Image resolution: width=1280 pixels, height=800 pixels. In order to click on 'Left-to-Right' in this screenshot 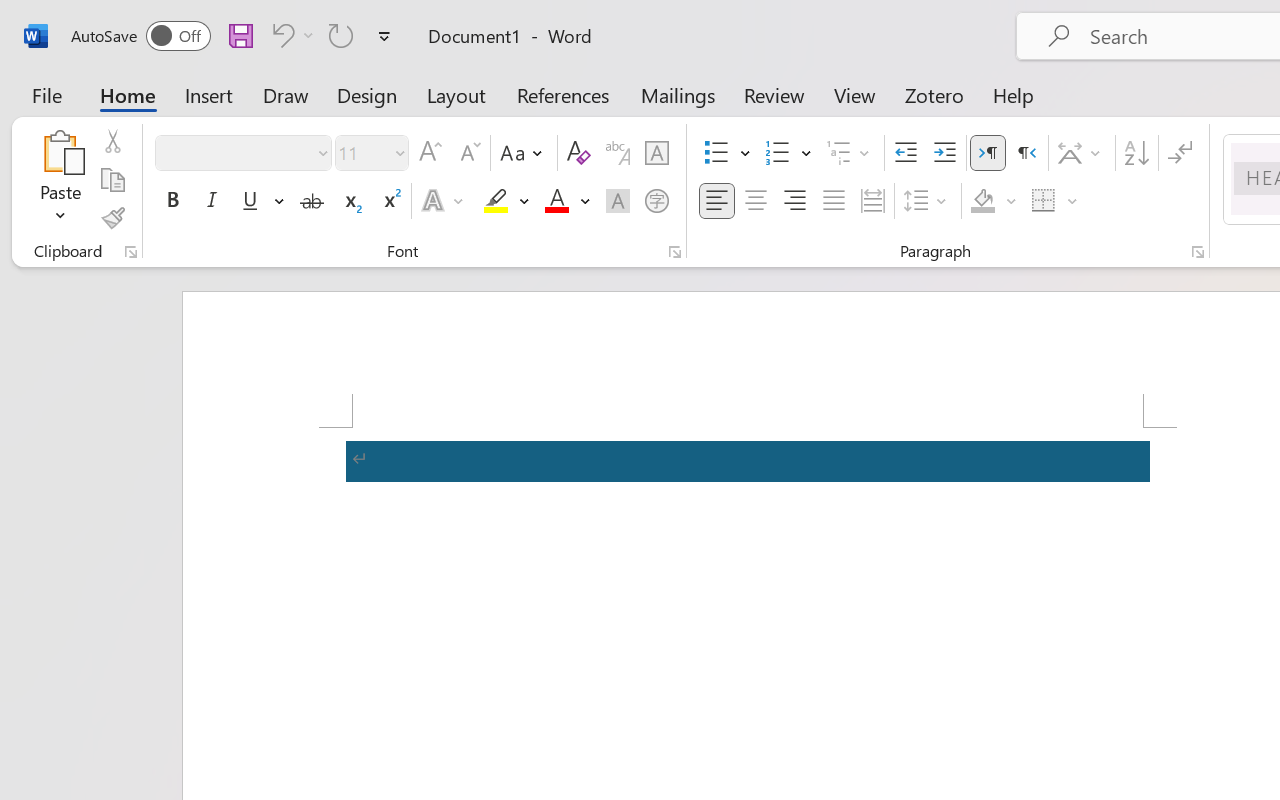, I will do `click(988, 153)`.